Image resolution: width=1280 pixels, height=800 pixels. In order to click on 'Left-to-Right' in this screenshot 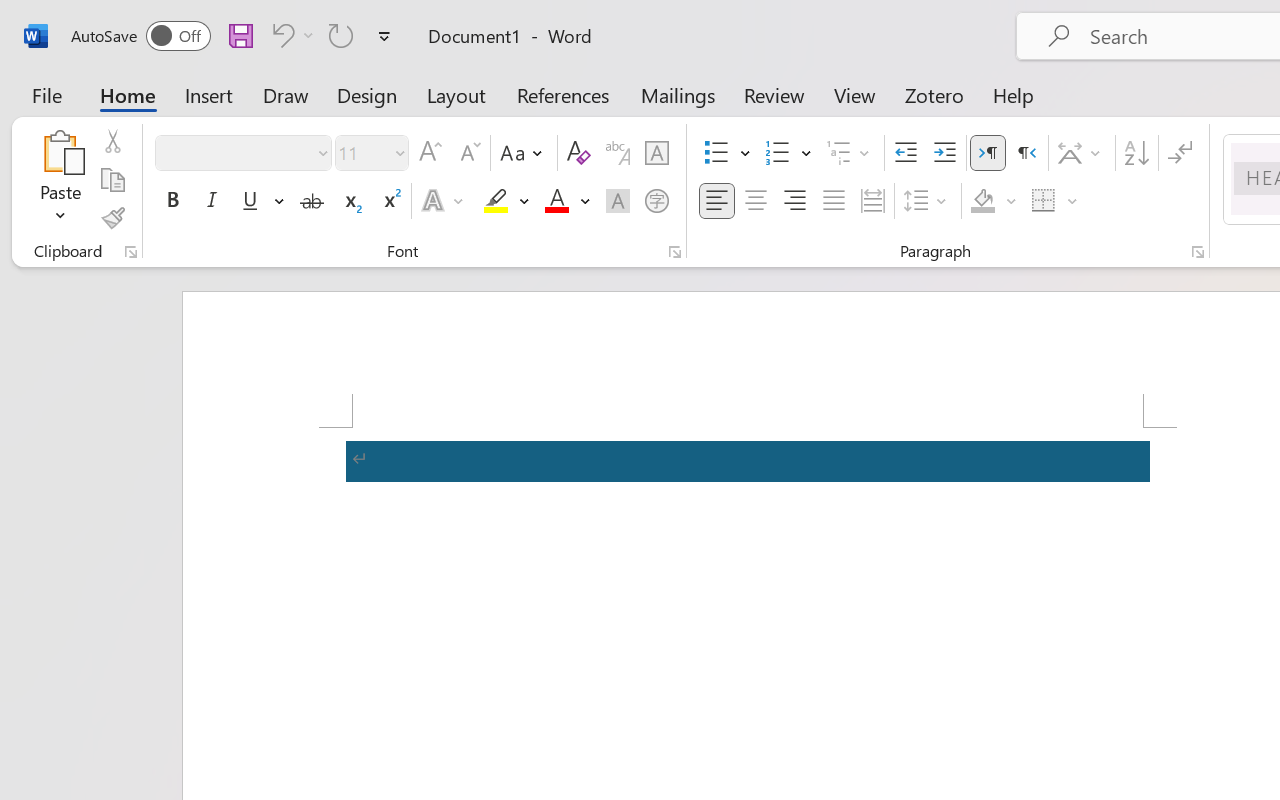, I will do `click(988, 153)`.